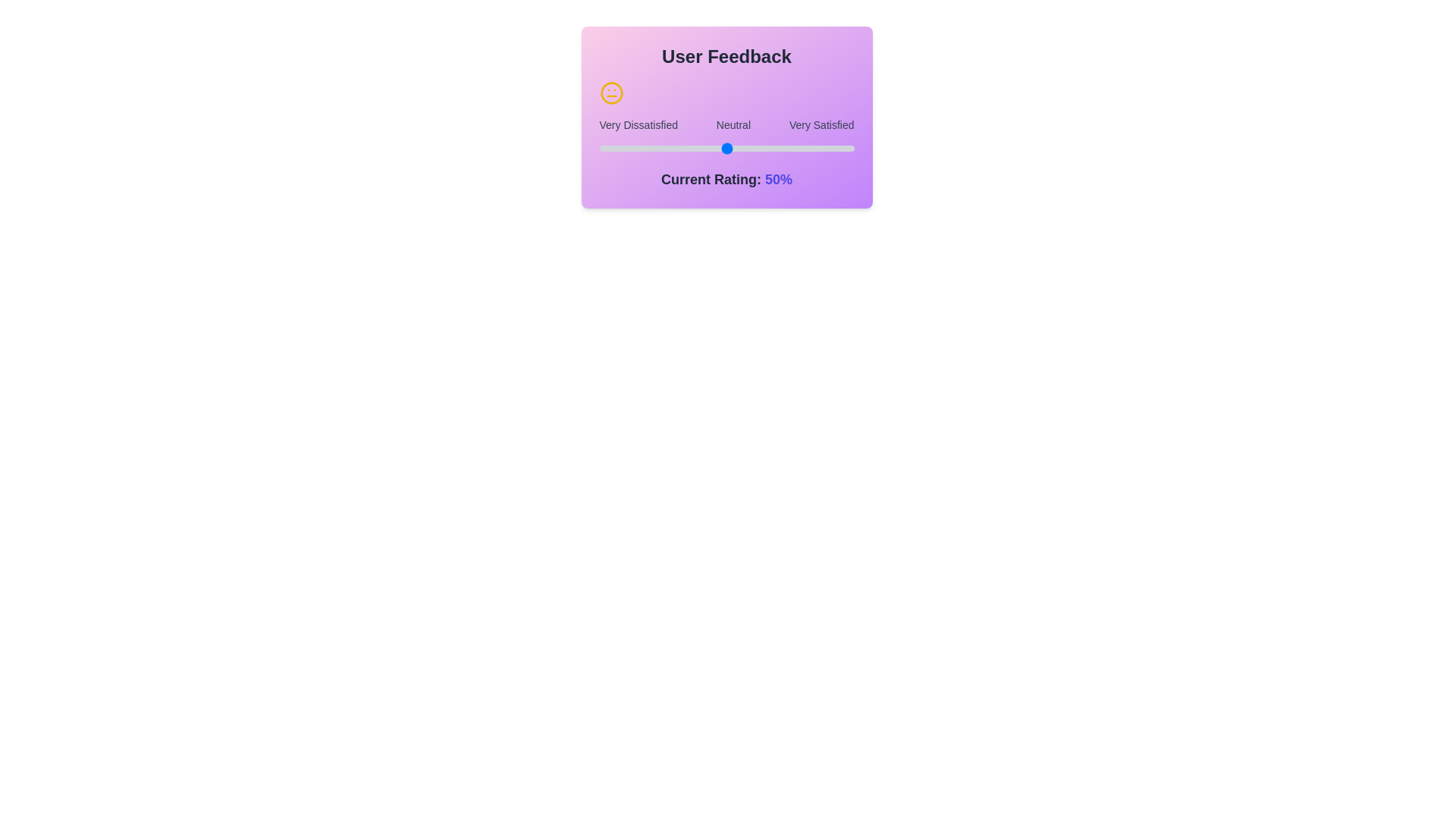 This screenshot has width=1456, height=819. What do you see at coordinates (598, 149) in the screenshot?
I see `the slider to set the rating to 91%` at bounding box center [598, 149].